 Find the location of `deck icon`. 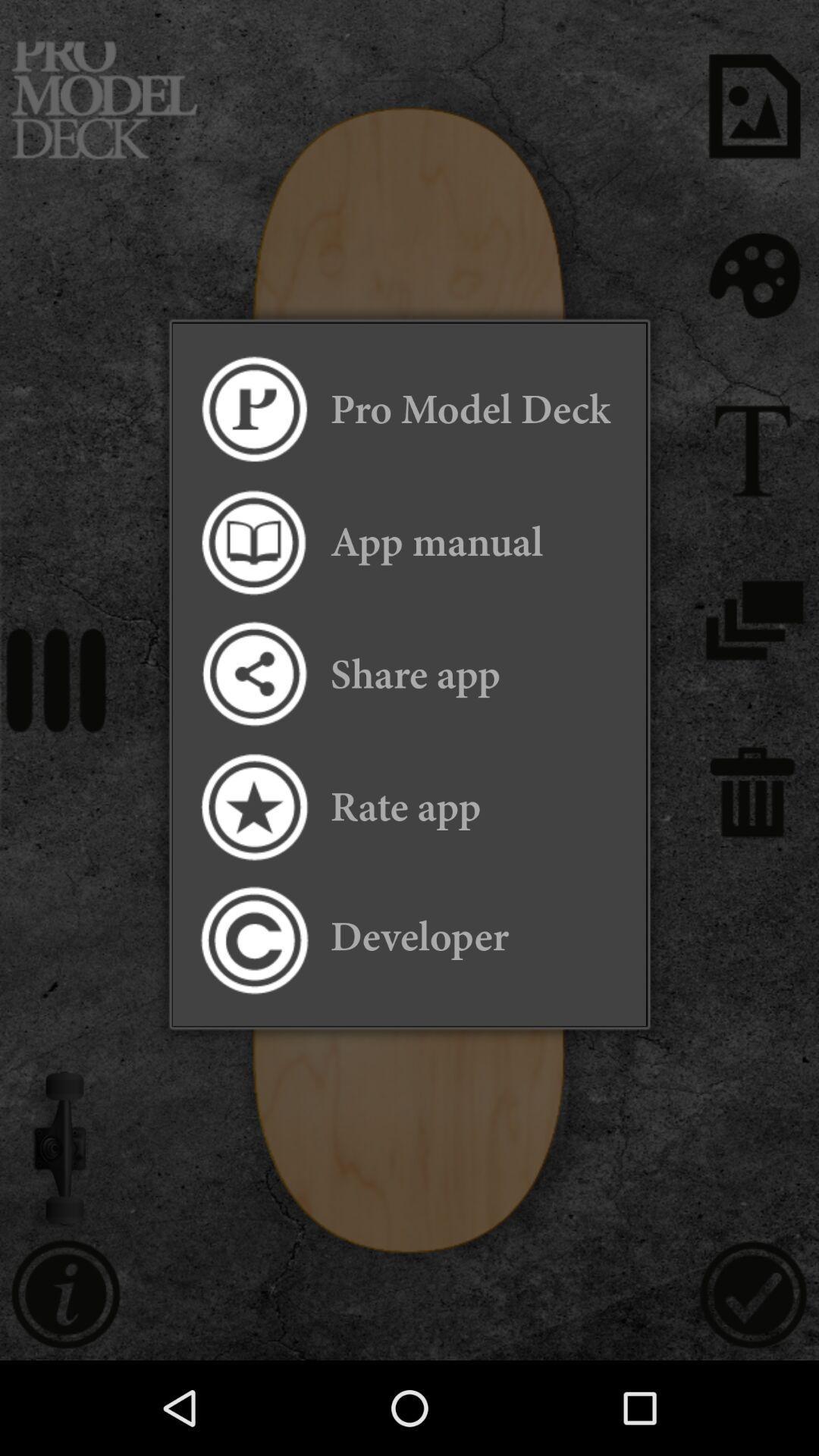

deck icon is located at coordinates (253, 409).